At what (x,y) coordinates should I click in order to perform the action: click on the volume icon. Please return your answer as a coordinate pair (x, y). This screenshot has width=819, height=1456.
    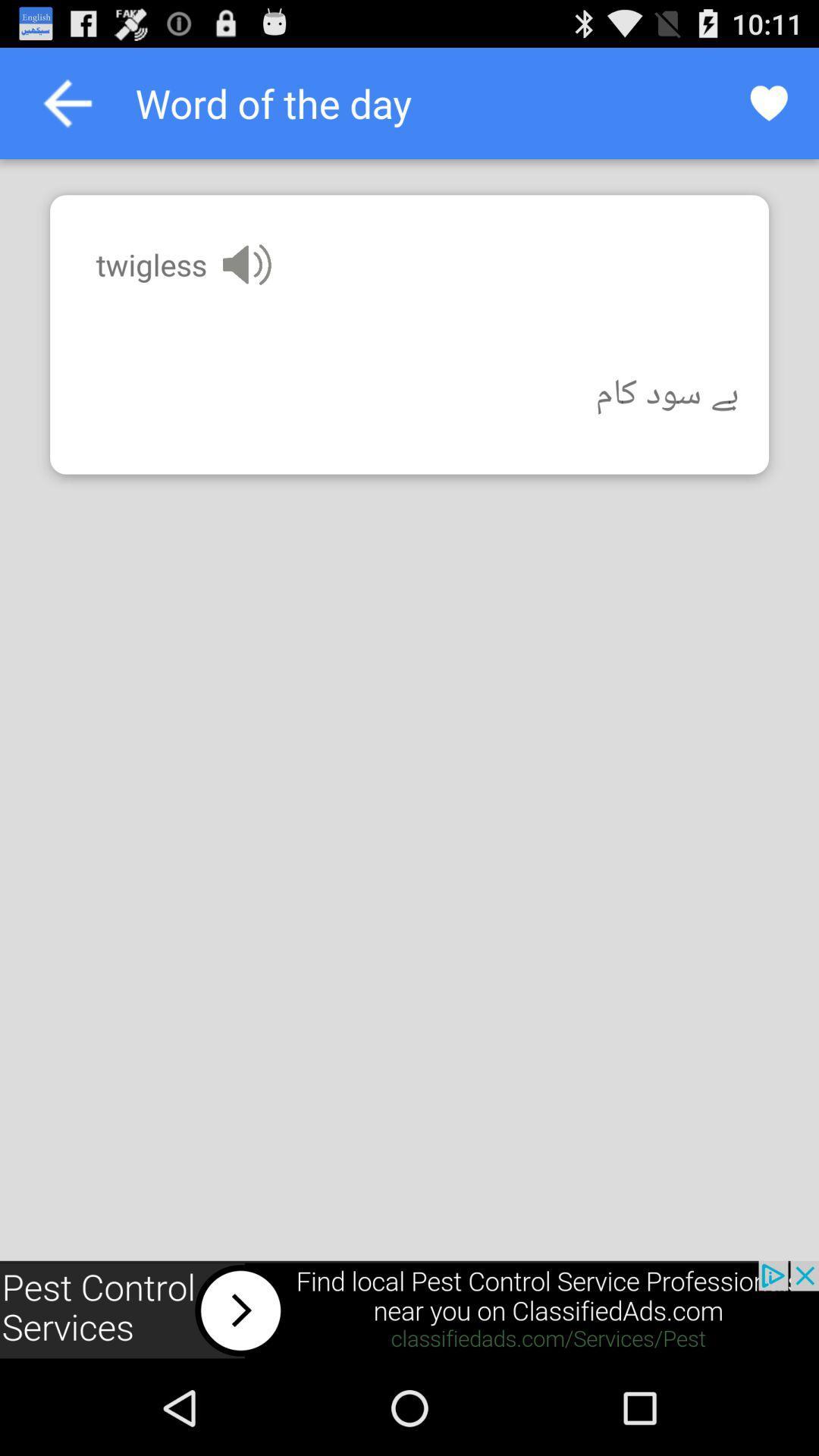
    Looking at the image, I should click on (246, 283).